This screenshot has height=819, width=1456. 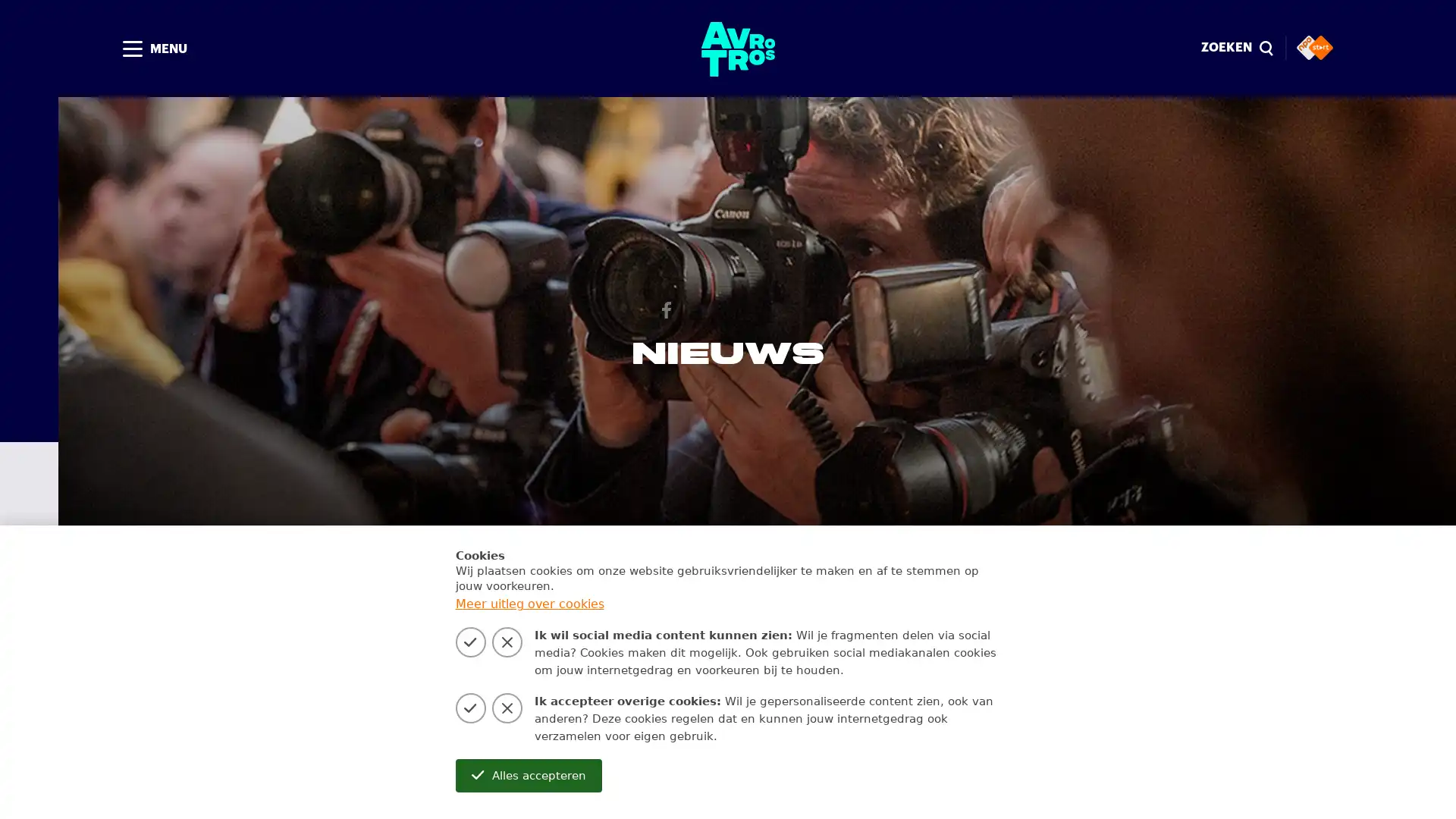 What do you see at coordinates (1236, 48) in the screenshot?
I see `ZOEKEN magnify` at bounding box center [1236, 48].